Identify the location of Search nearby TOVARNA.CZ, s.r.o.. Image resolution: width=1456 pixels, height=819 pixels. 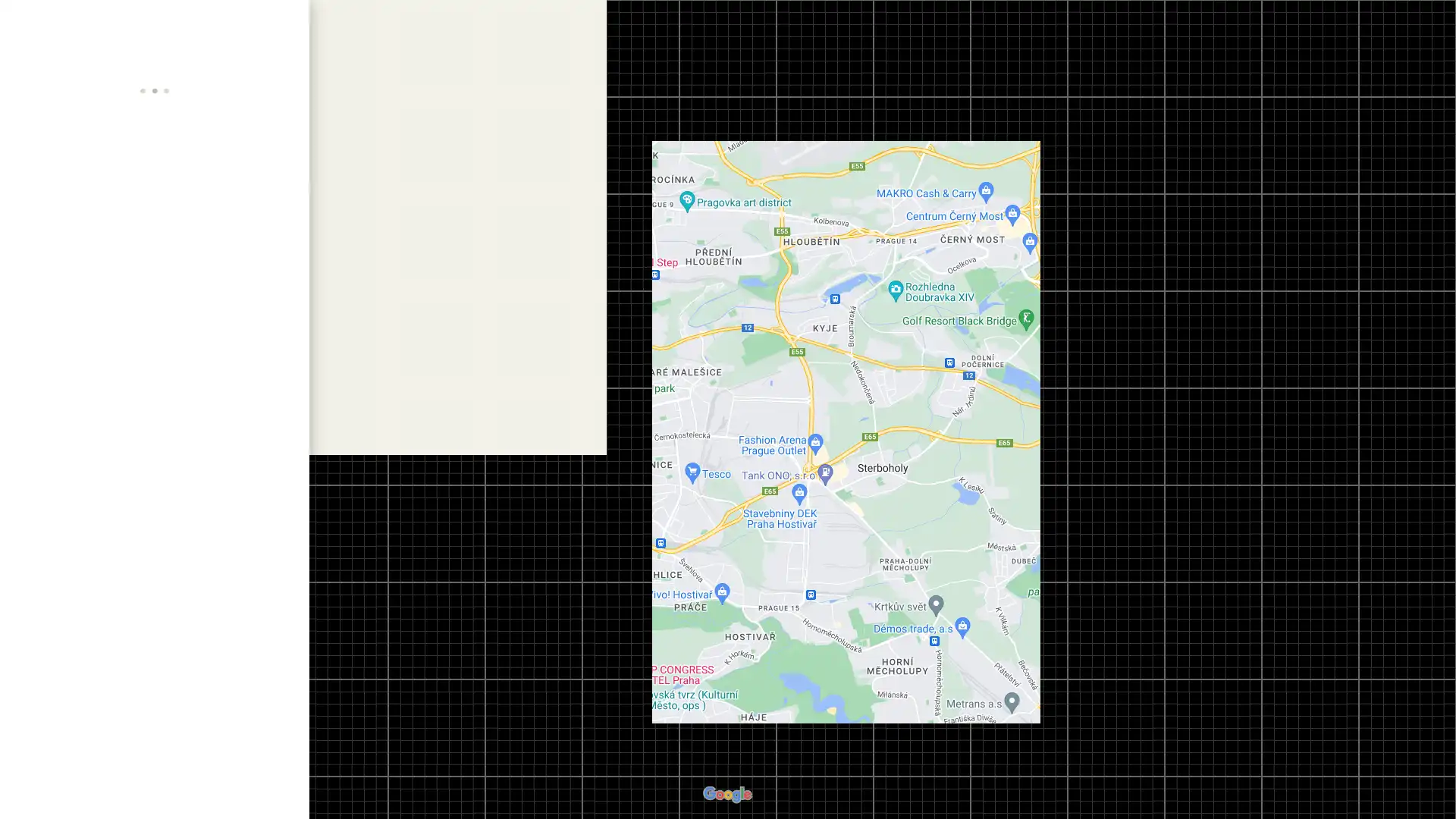
(154, 296).